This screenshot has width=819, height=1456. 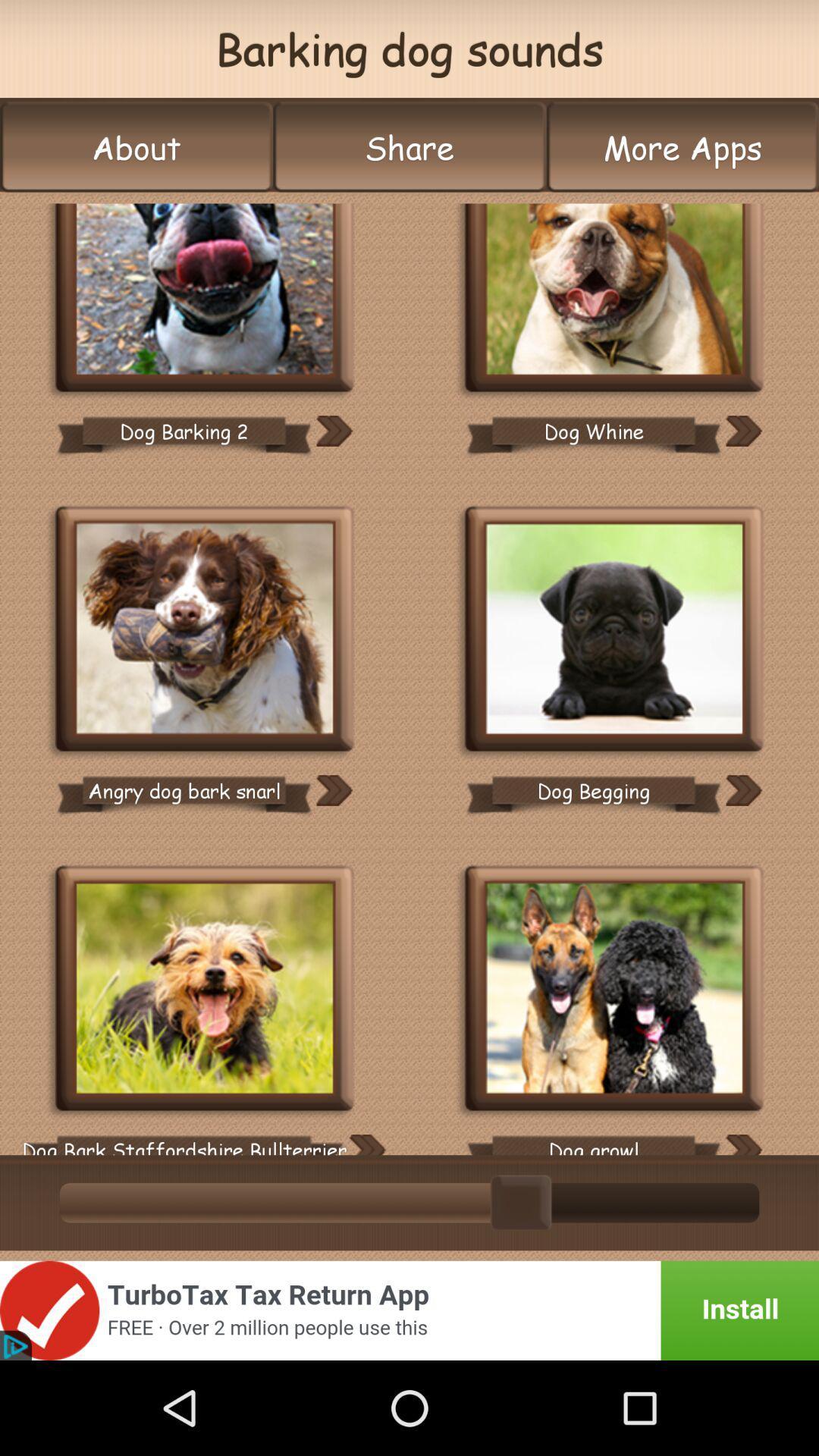 I want to click on dog, so click(x=205, y=990).